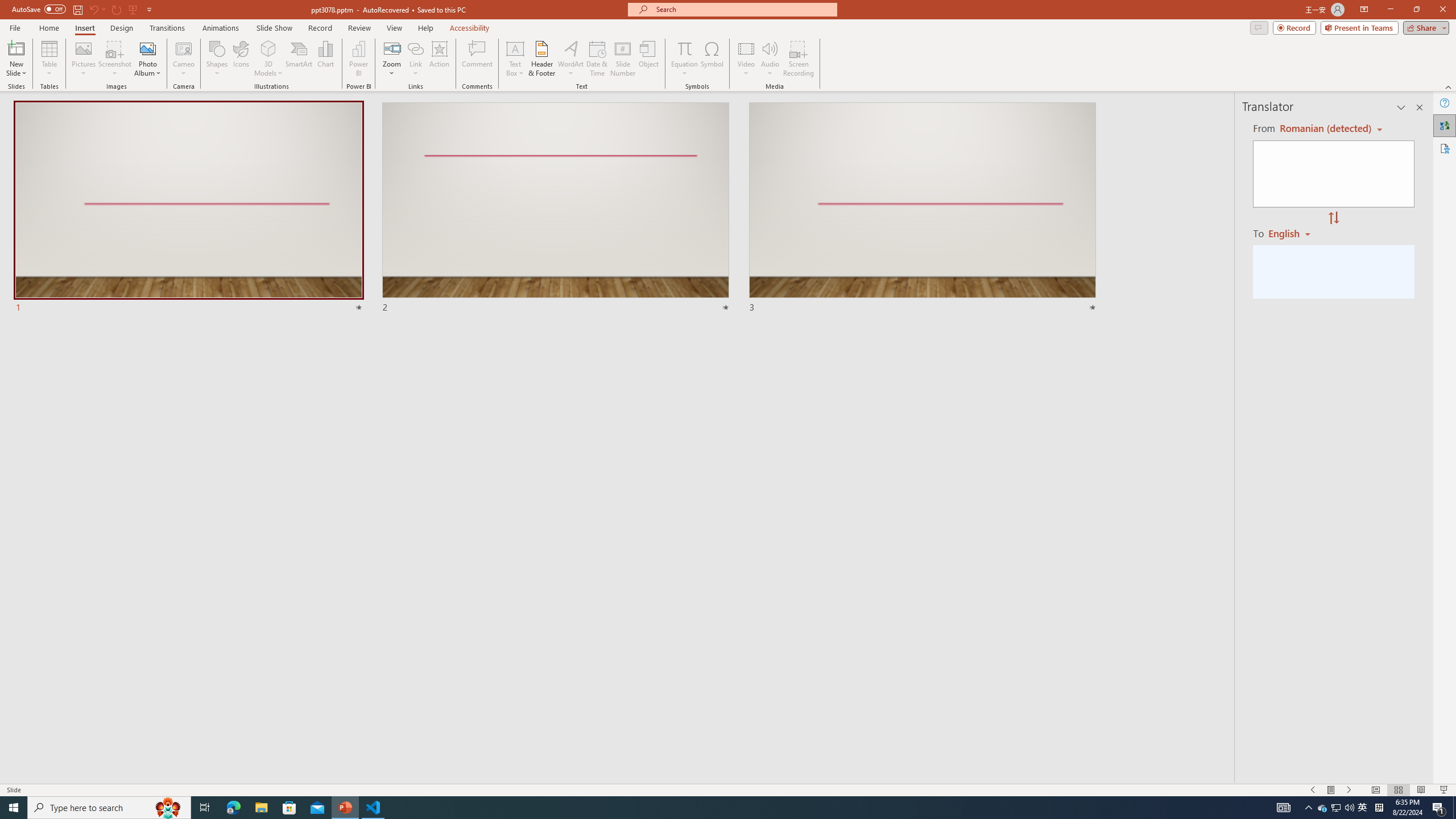 This screenshot has width=1456, height=819. Describe the element at coordinates (1331, 790) in the screenshot. I see `'Menu On'` at that location.